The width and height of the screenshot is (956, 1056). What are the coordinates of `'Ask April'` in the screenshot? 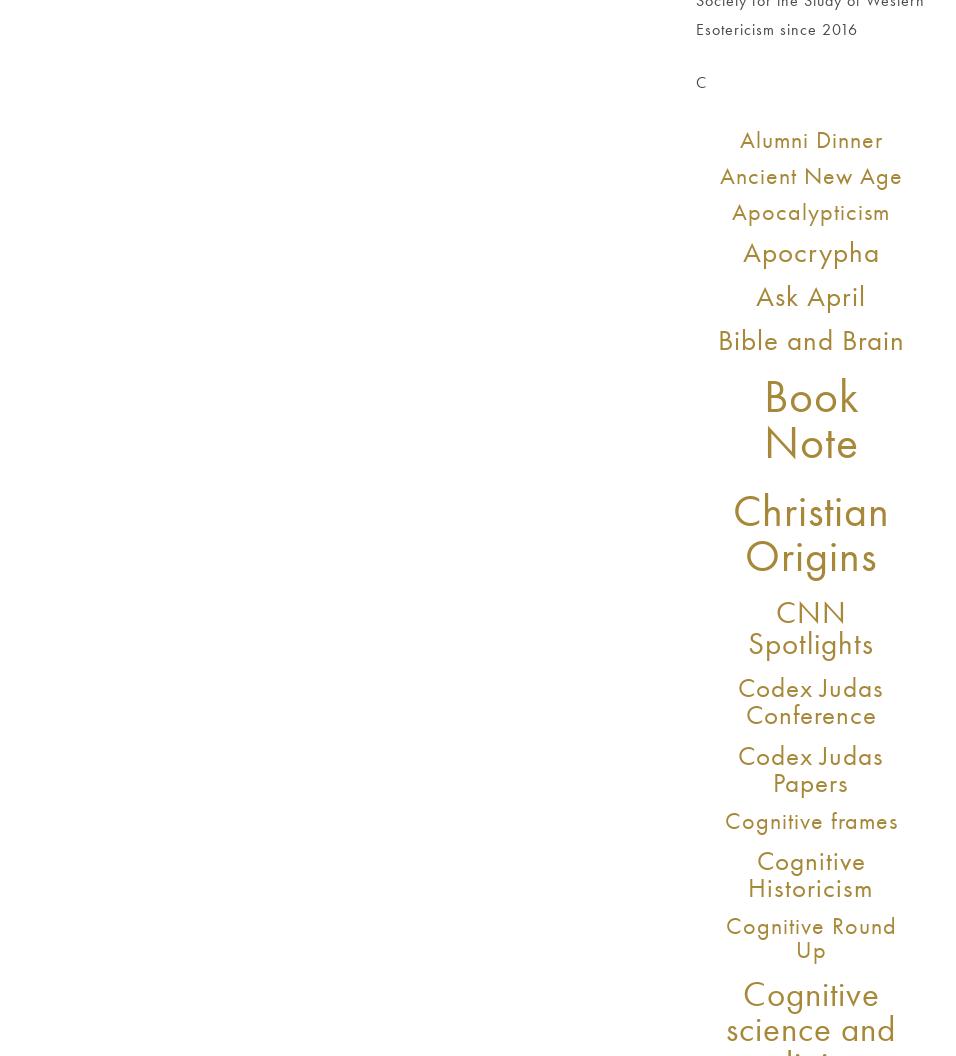 It's located at (809, 295).